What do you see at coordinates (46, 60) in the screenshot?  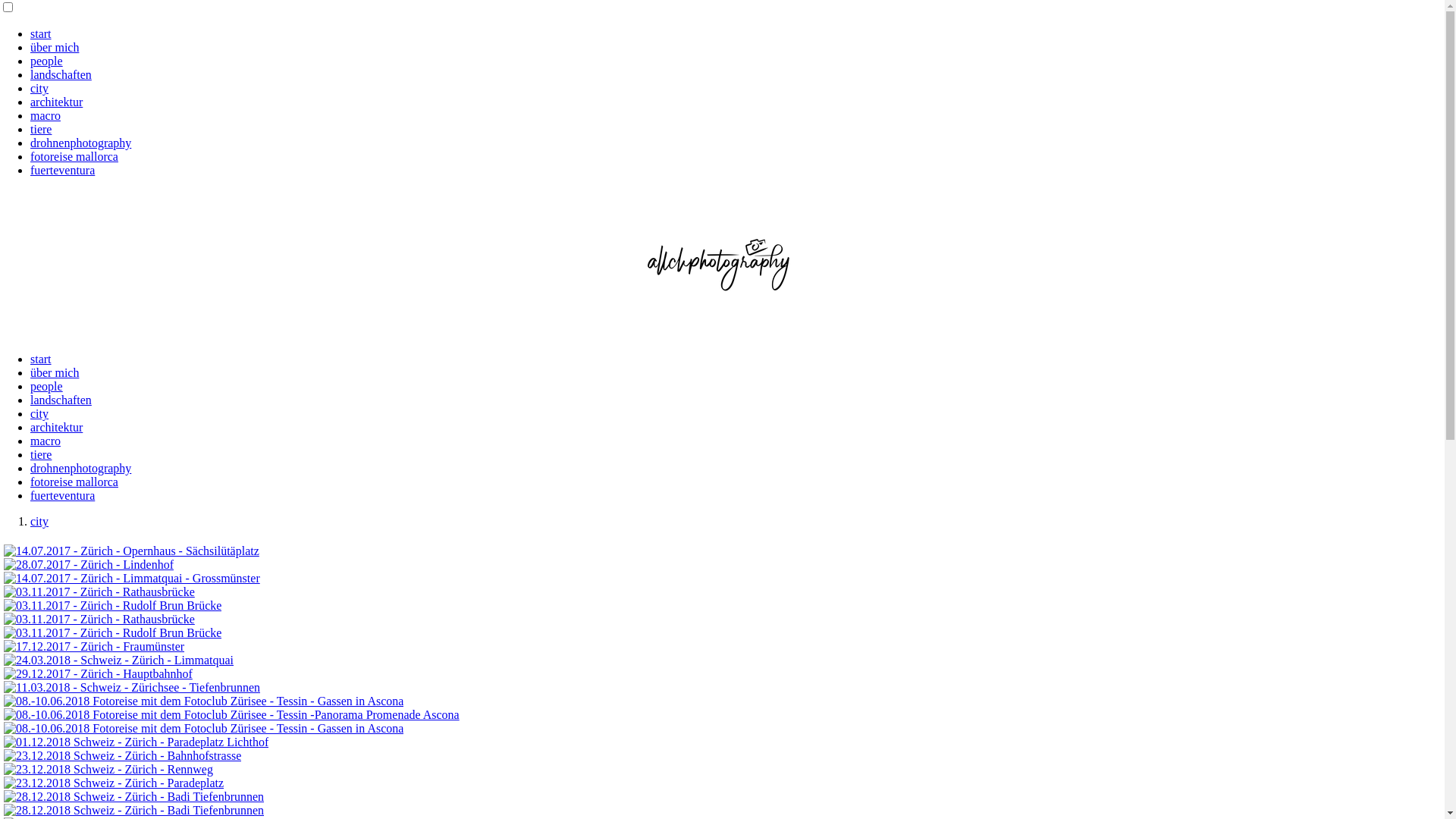 I see `'people'` at bounding box center [46, 60].